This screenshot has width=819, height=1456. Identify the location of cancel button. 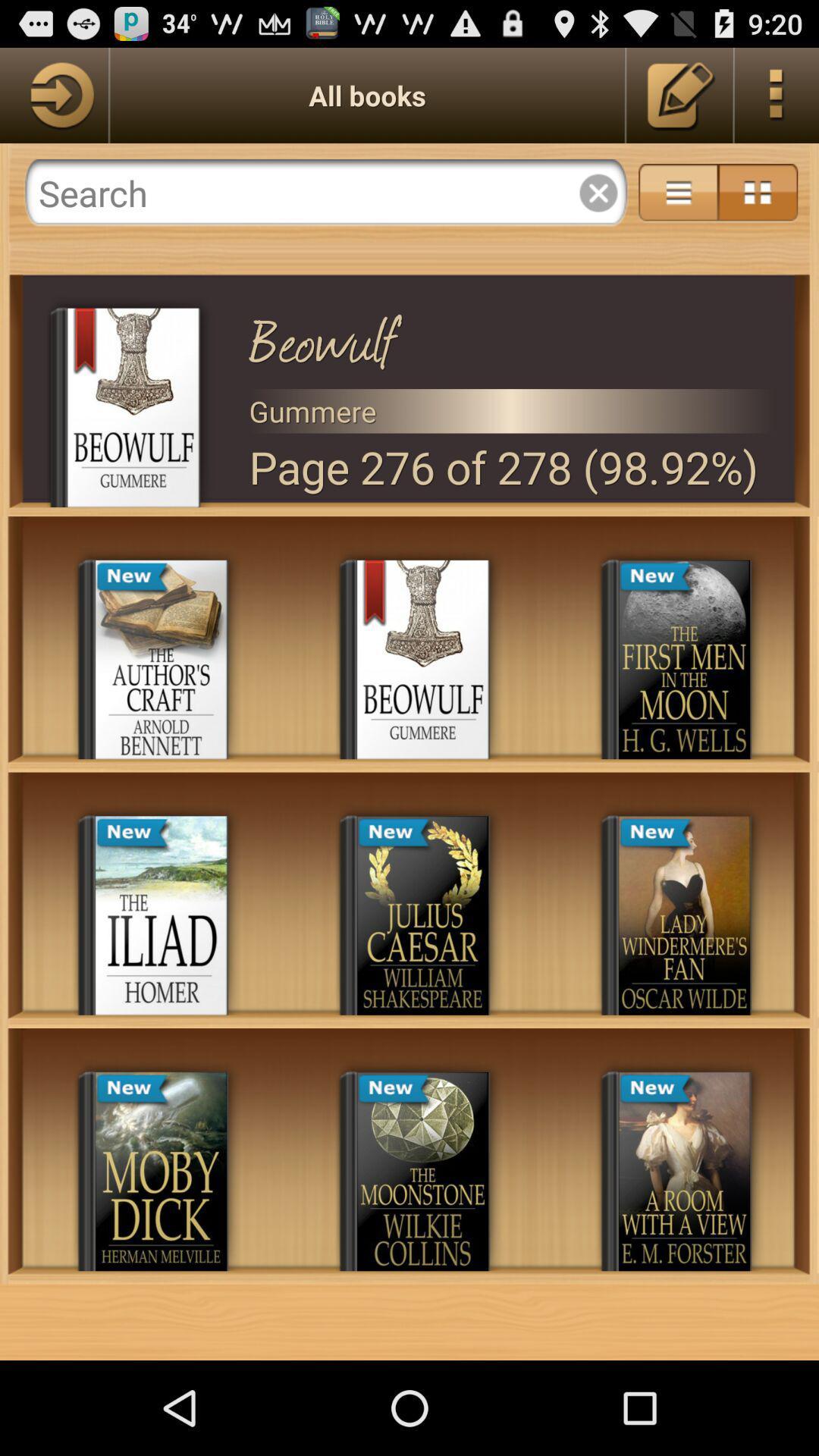
(598, 192).